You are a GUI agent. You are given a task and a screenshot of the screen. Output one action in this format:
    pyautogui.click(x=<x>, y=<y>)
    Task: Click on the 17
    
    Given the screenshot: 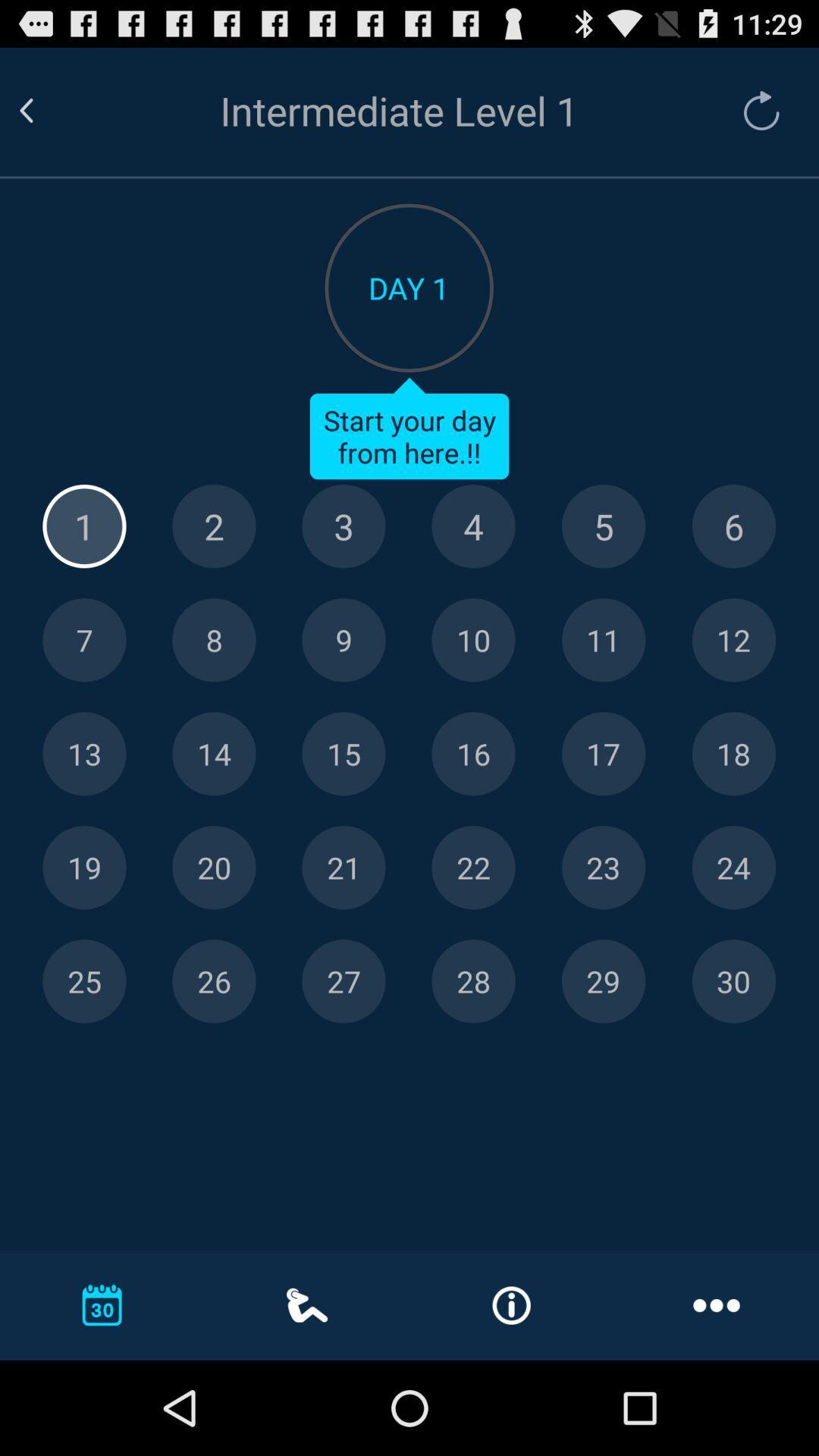 What is the action you would take?
    pyautogui.click(x=603, y=754)
    